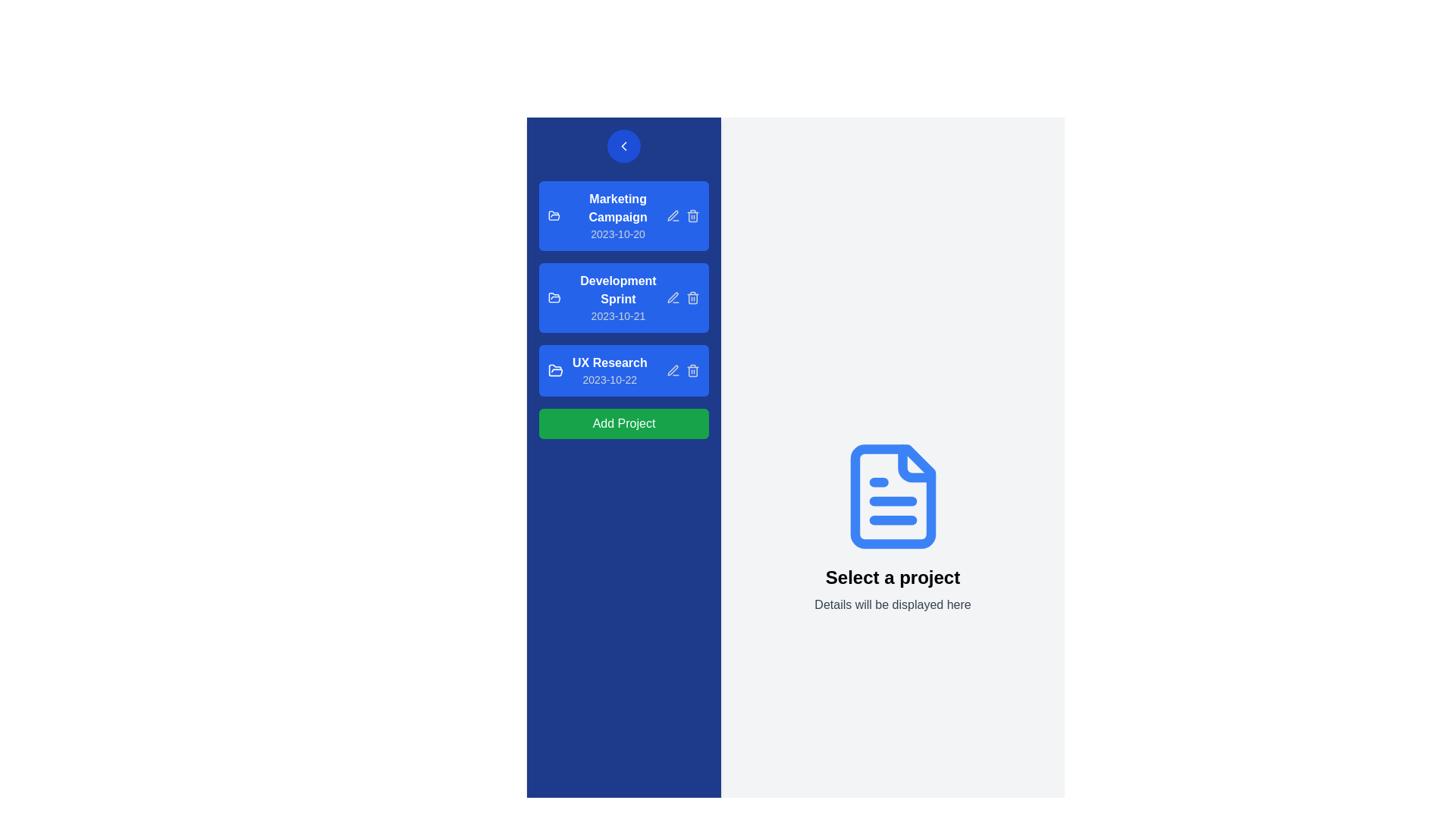 The height and width of the screenshot is (819, 1456). What do you see at coordinates (893, 578) in the screenshot?
I see `the text label displaying 'Select a project', which is centrally located beneath a document icon` at bounding box center [893, 578].